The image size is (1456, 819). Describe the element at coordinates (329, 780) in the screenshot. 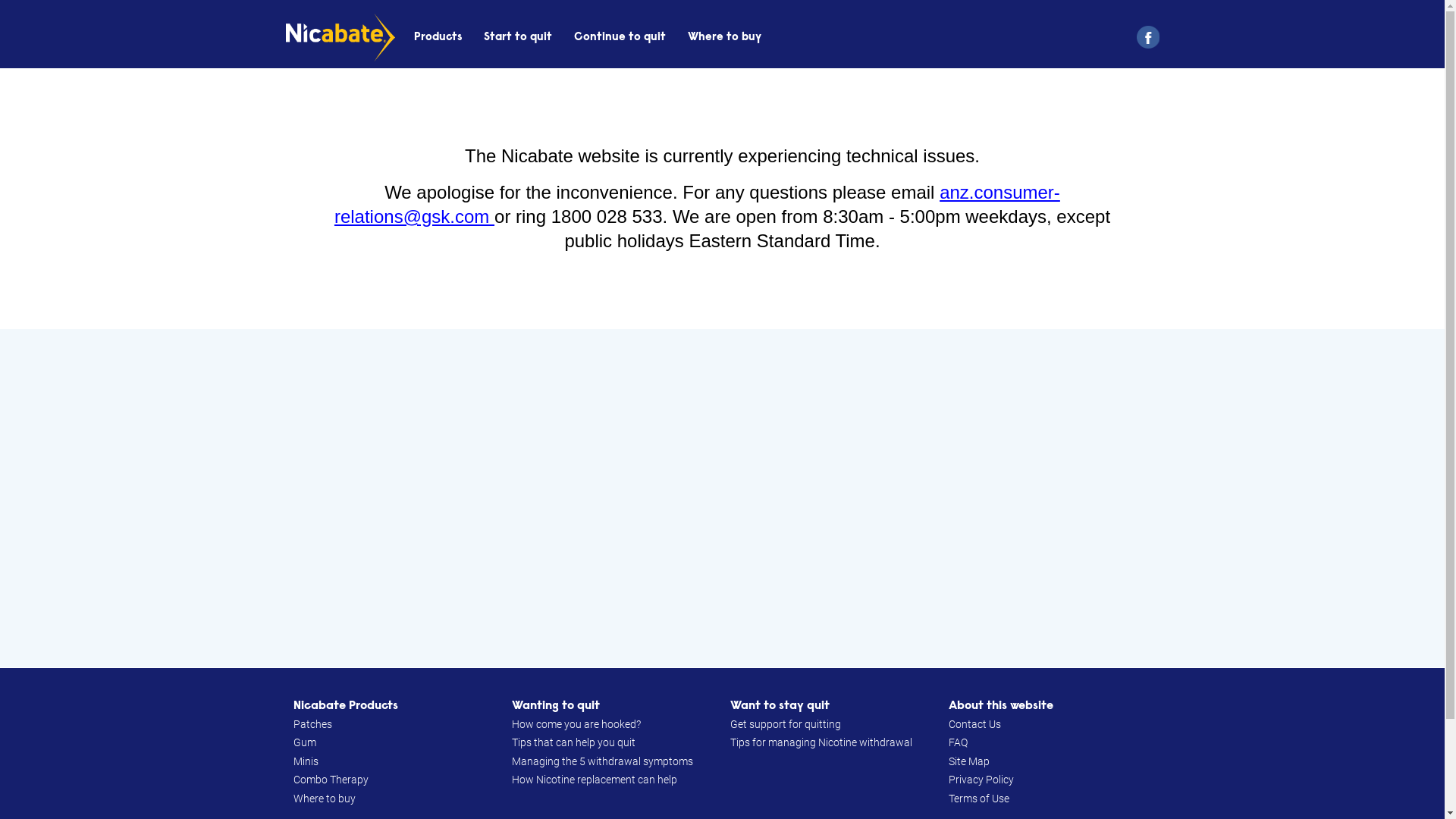

I see `'Combo Therapy'` at that location.